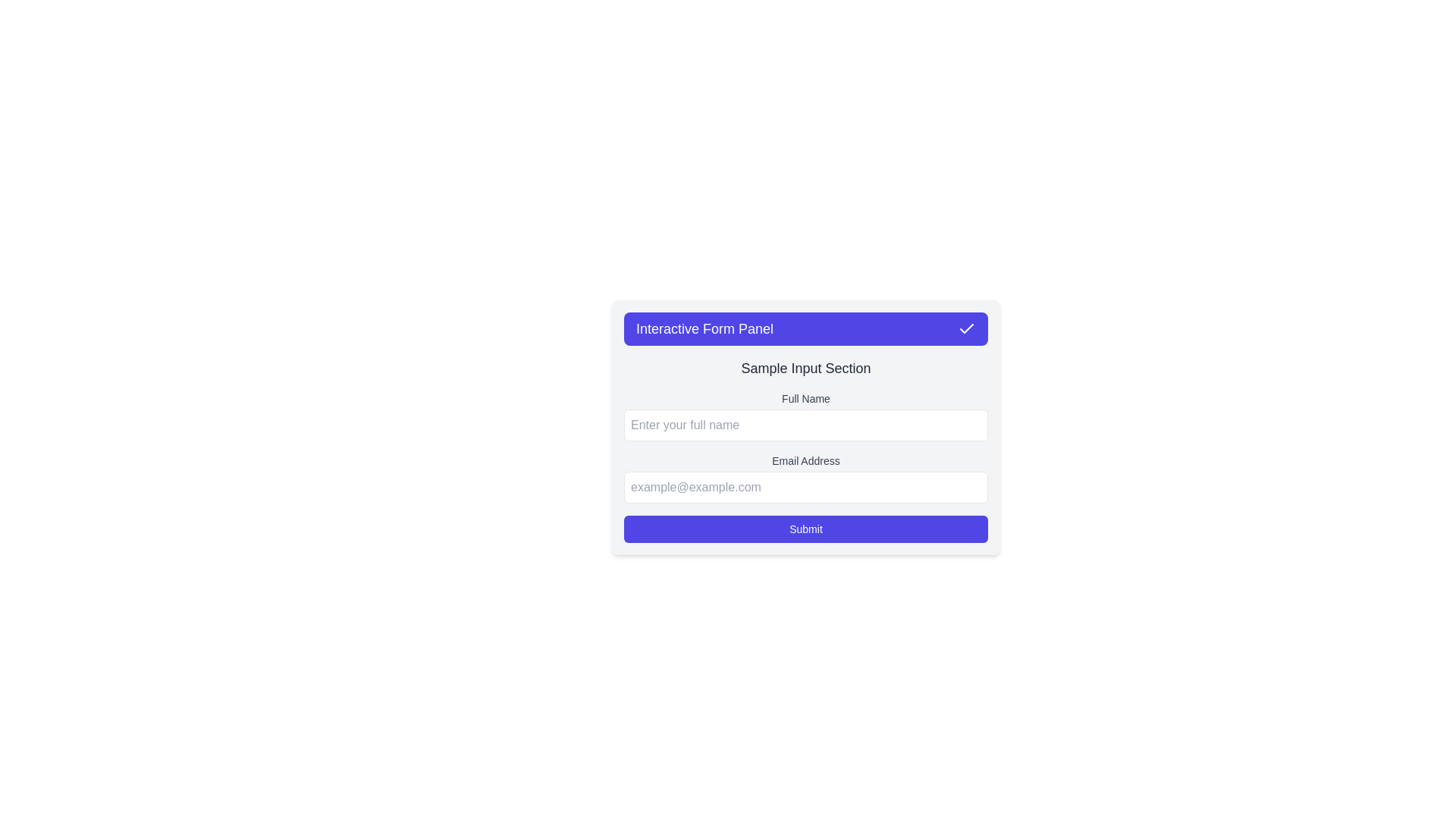 The height and width of the screenshot is (819, 1456). I want to click on the 'Submit' button with a purple background and white bold text at the bottom of the 'Sample Input Section' form, so click(805, 529).